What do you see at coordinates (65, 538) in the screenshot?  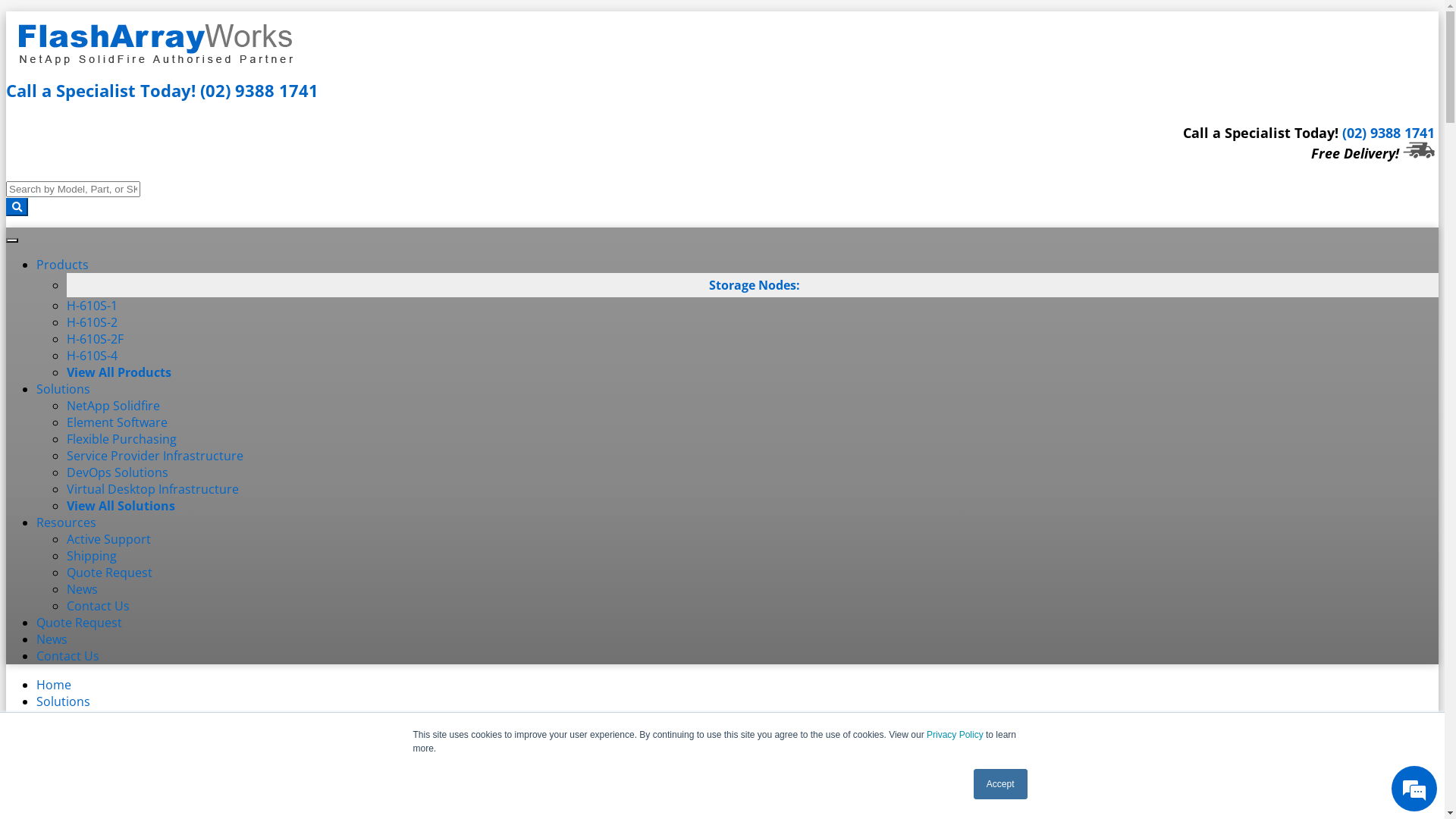 I see `'Active Support'` at bounding box center [65, 538].